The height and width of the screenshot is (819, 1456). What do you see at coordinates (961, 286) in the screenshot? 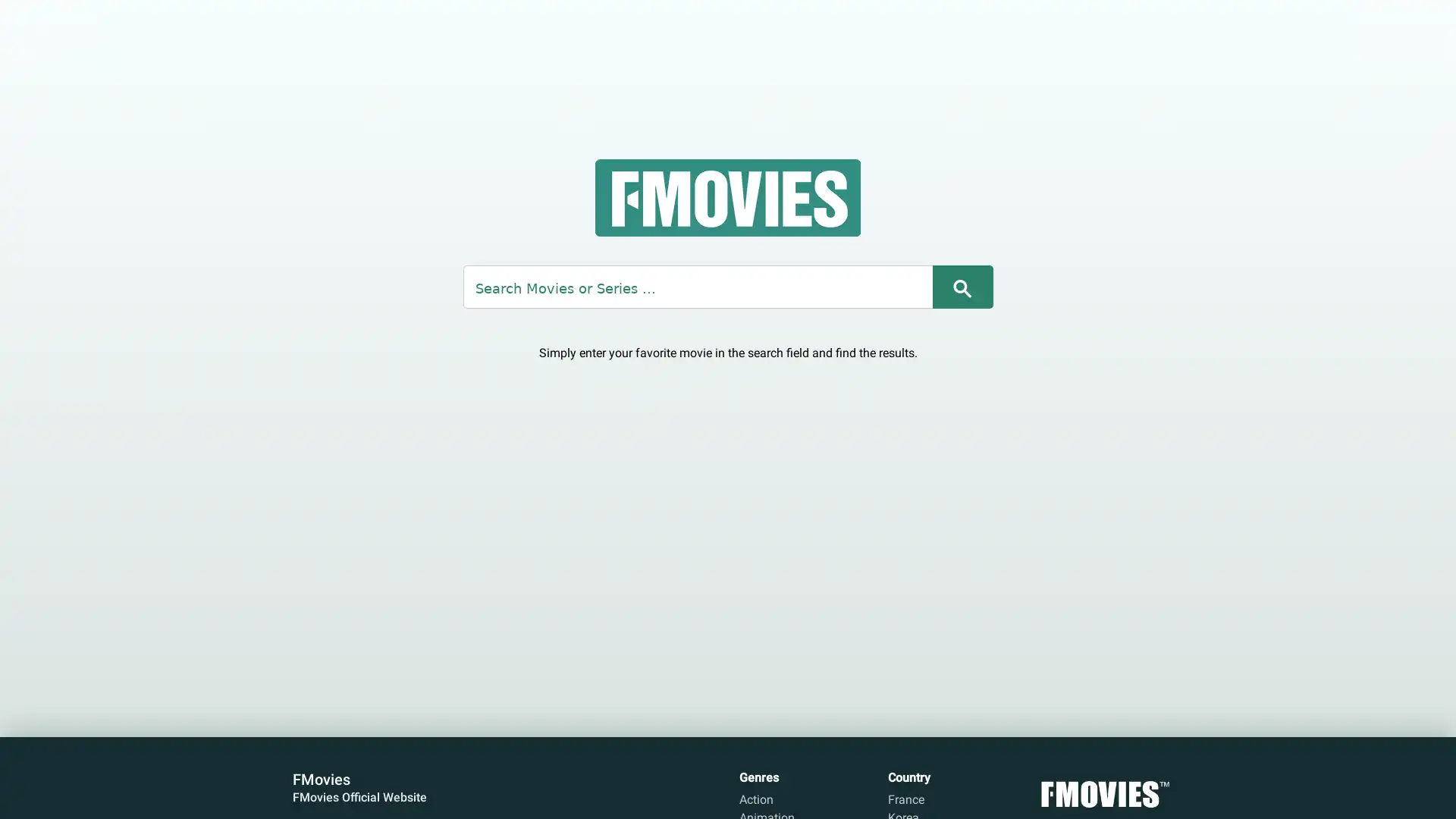
I see `search` at bounding box center [961, 286].